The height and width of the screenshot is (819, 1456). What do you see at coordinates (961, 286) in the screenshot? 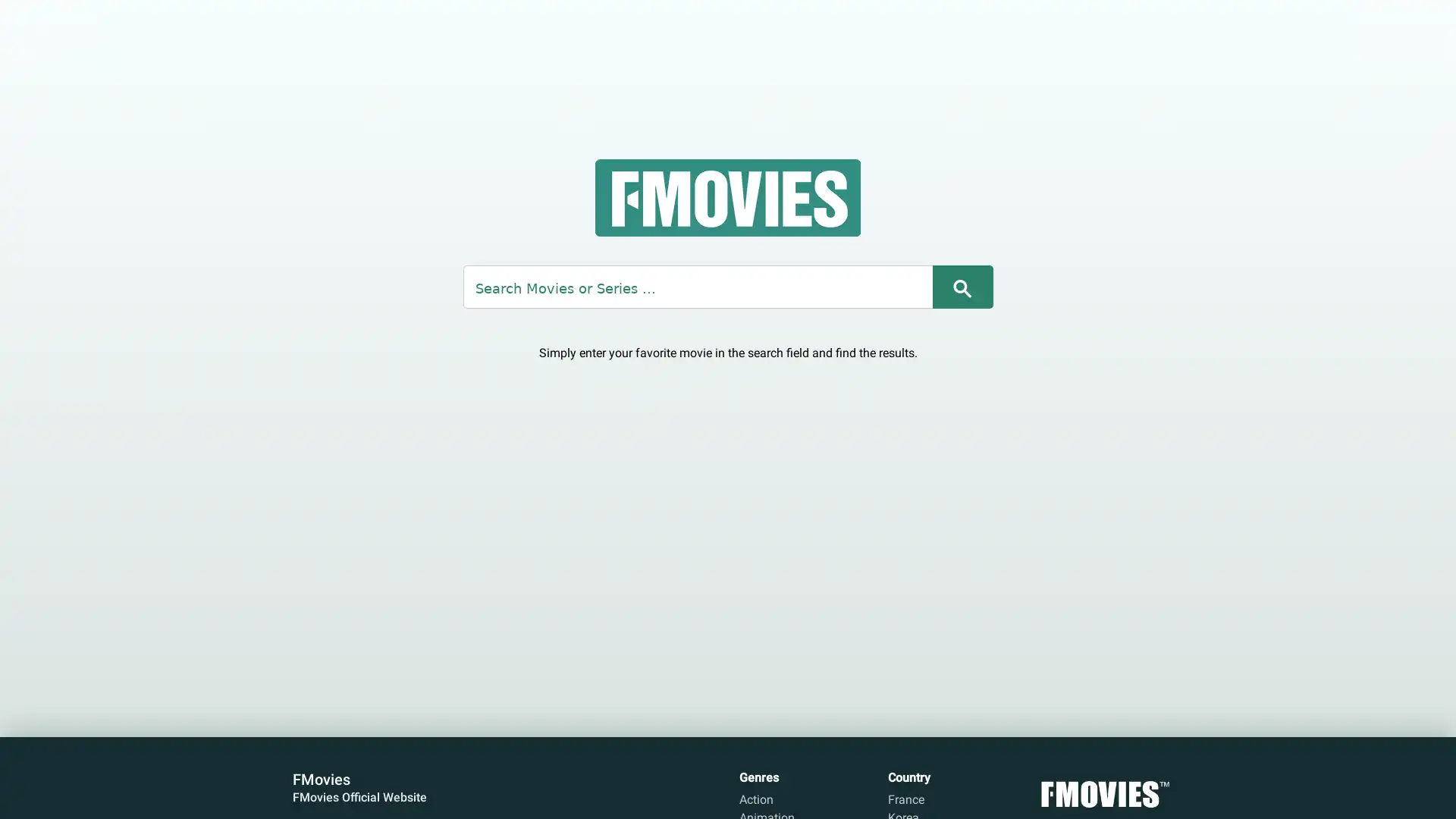
I see `search` at bounding box center [961, 286].